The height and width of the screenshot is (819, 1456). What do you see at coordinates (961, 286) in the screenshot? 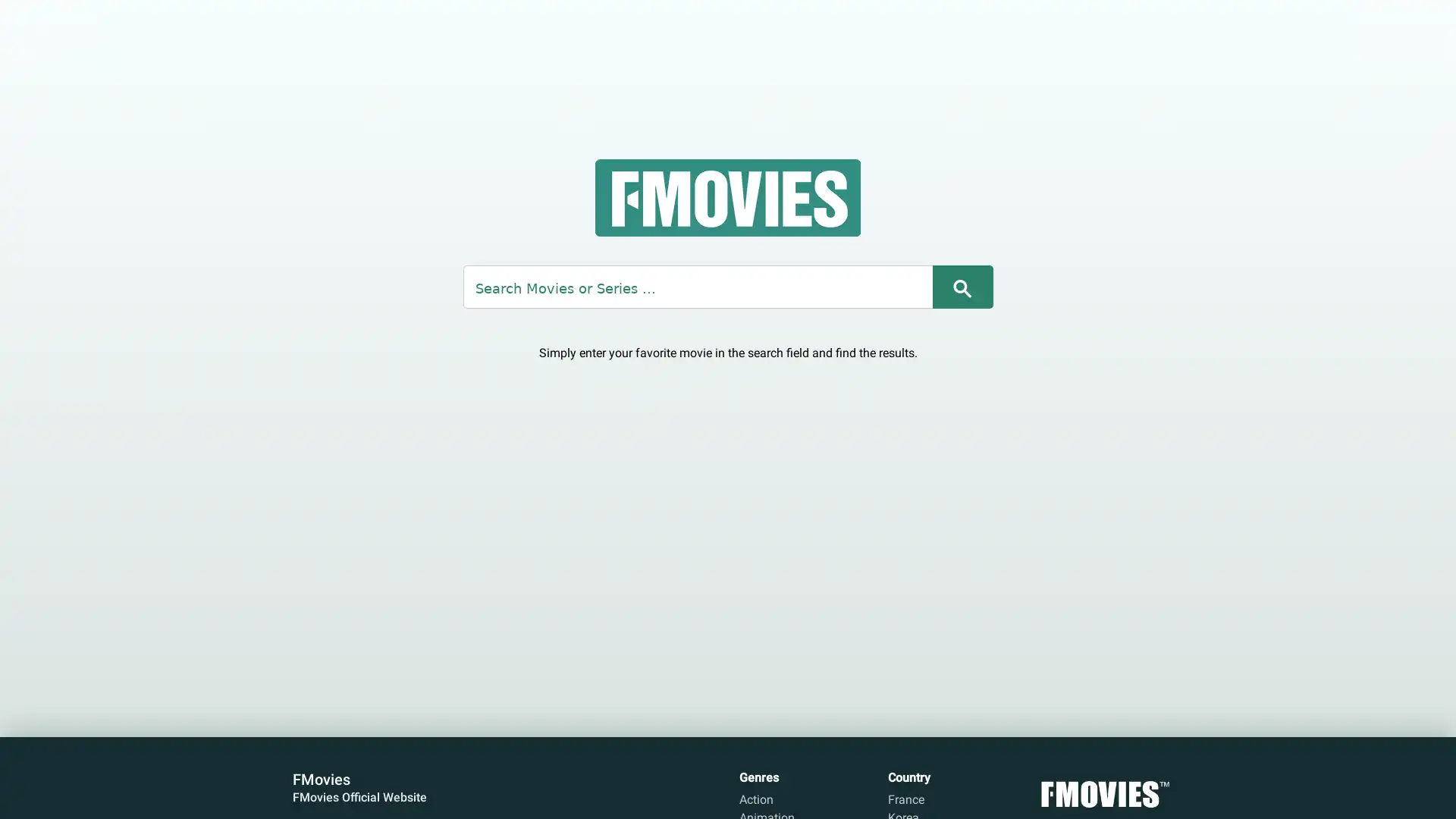
I see `search` at bounding box center [961, 286].